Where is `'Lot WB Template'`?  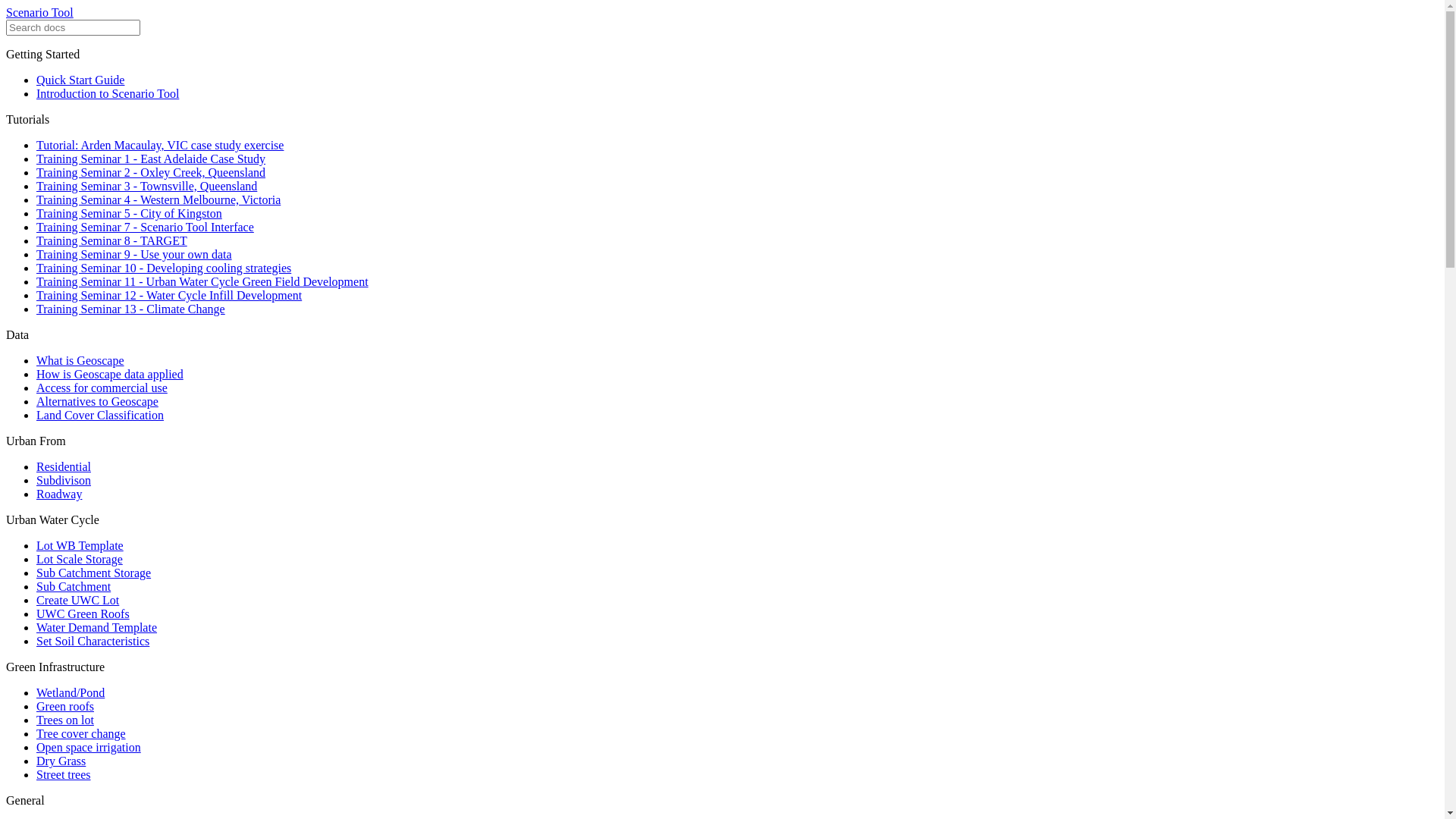
'Lot WB Template' is located at coordinates (79, 544).